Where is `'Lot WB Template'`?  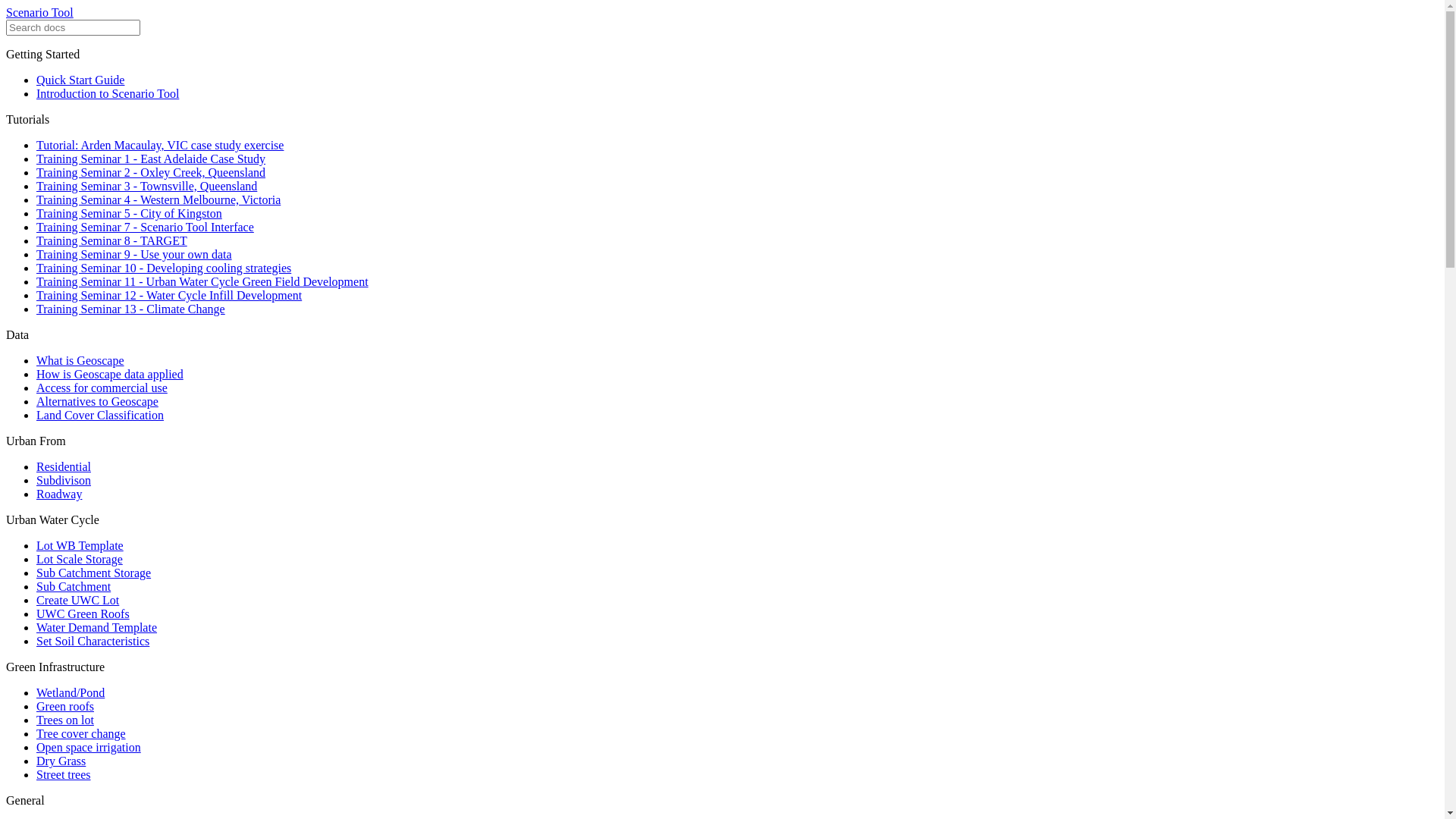
'Lot WB Template' is located at coordinates (79, 544).